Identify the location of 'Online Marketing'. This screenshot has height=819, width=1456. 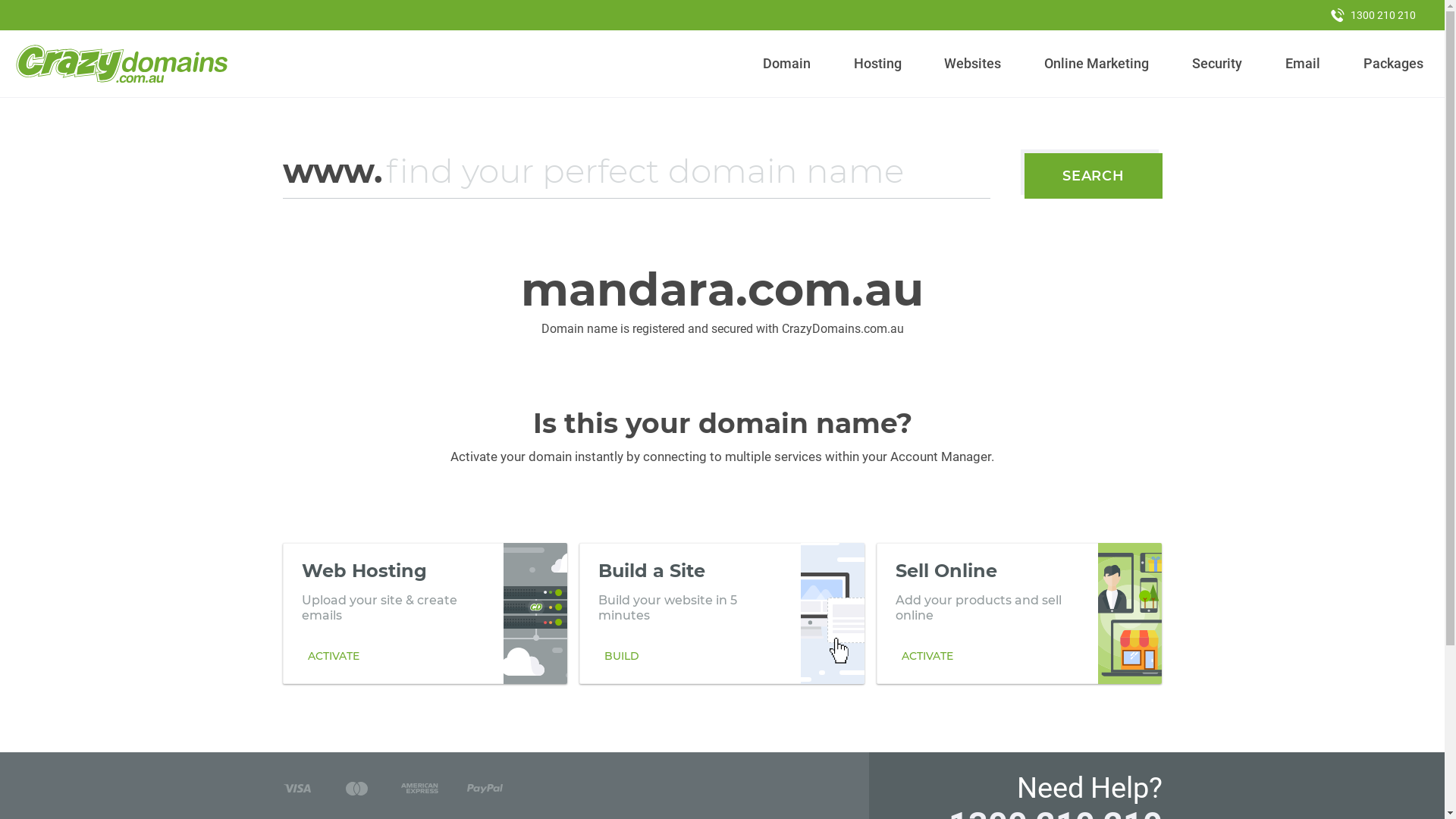
(1097, 63).